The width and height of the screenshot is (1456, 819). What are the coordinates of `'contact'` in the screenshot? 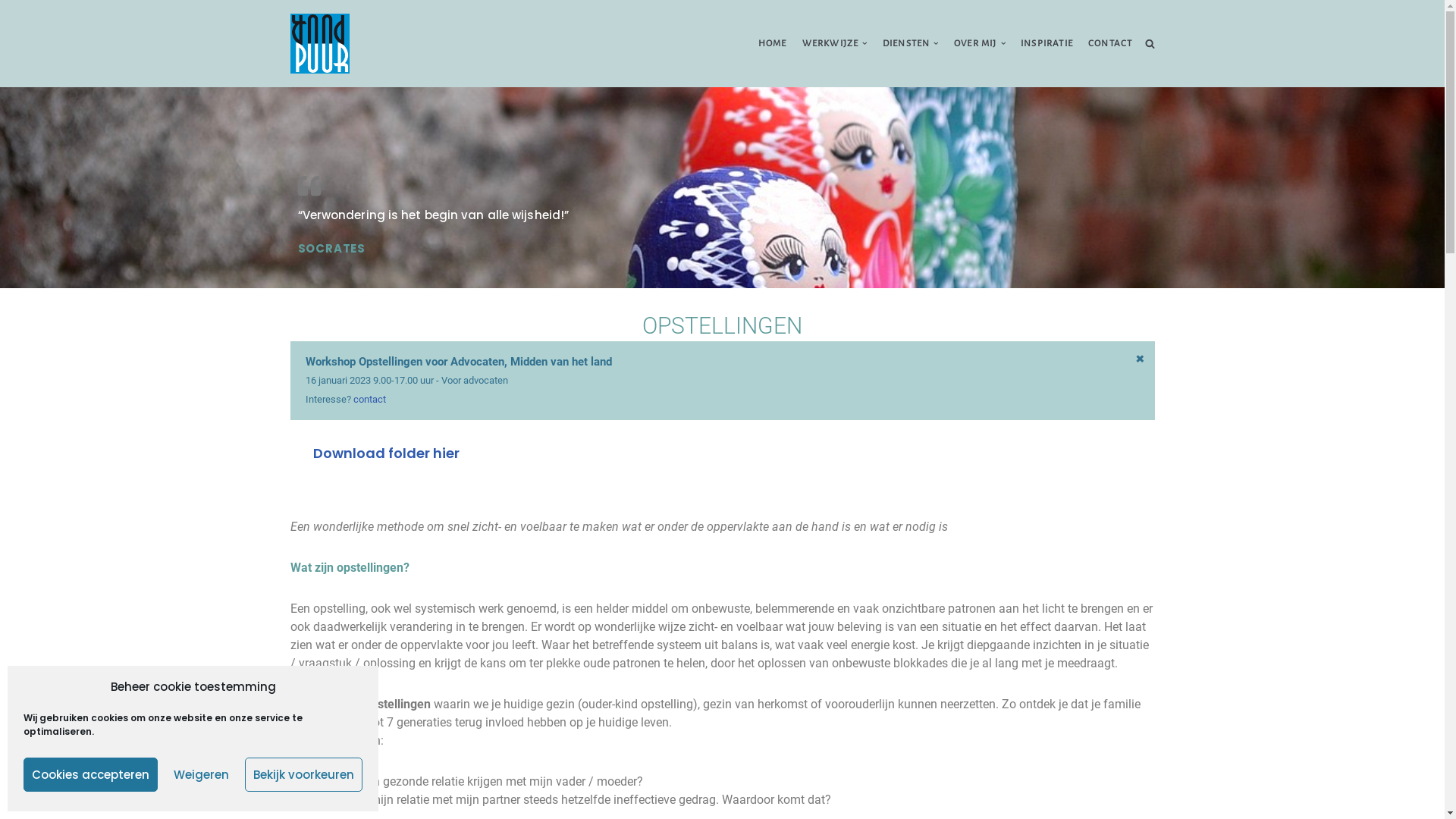 It's located at (369, 398).